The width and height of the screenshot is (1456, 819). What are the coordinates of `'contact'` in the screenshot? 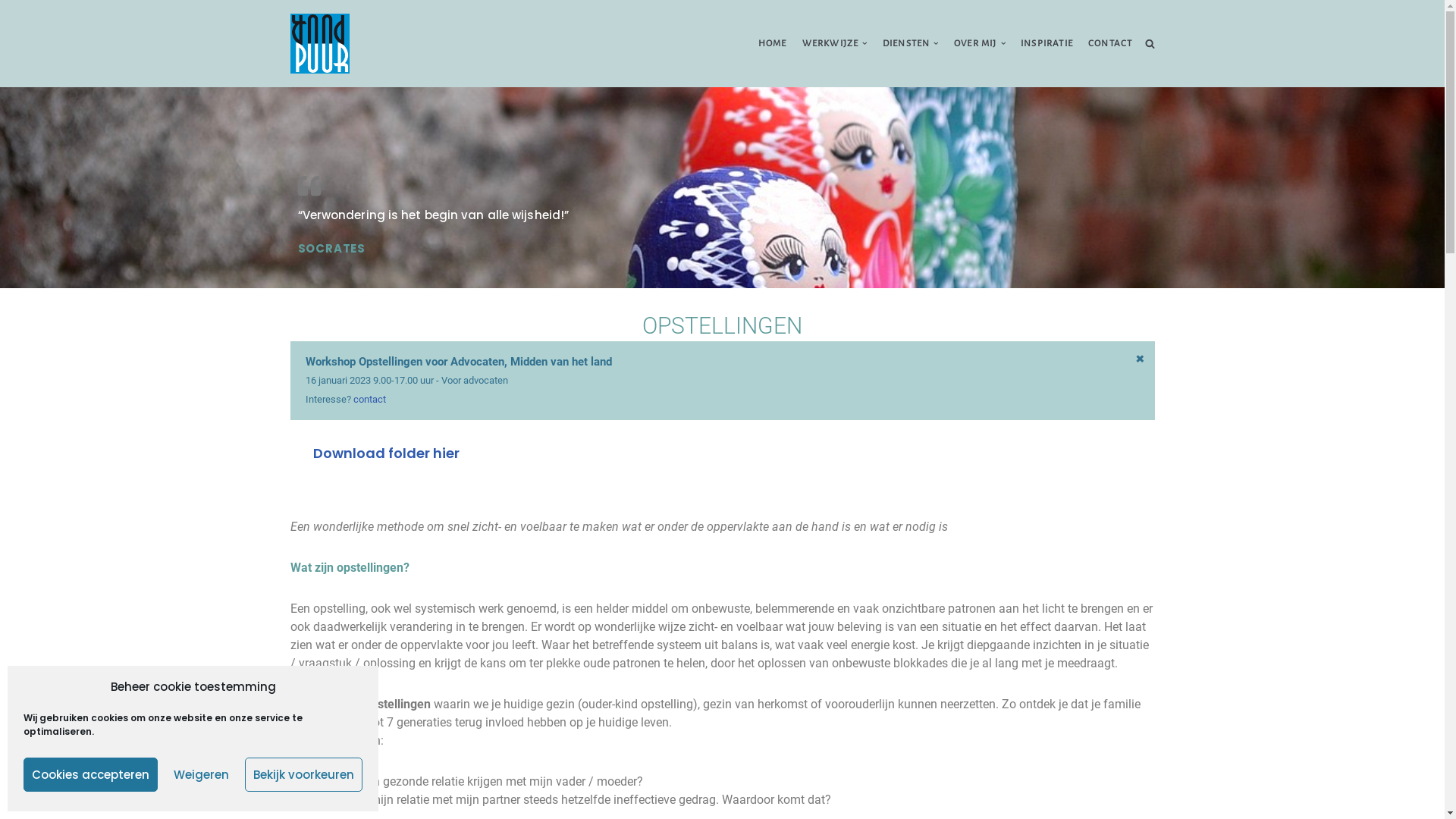 It's located at (369, 398).